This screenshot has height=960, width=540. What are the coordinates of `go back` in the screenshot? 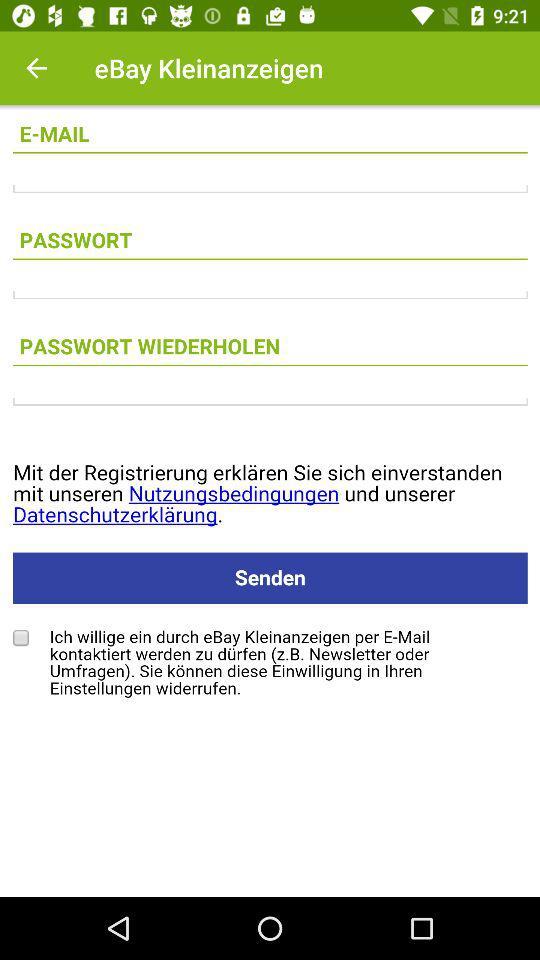 It's located at (36, 68).